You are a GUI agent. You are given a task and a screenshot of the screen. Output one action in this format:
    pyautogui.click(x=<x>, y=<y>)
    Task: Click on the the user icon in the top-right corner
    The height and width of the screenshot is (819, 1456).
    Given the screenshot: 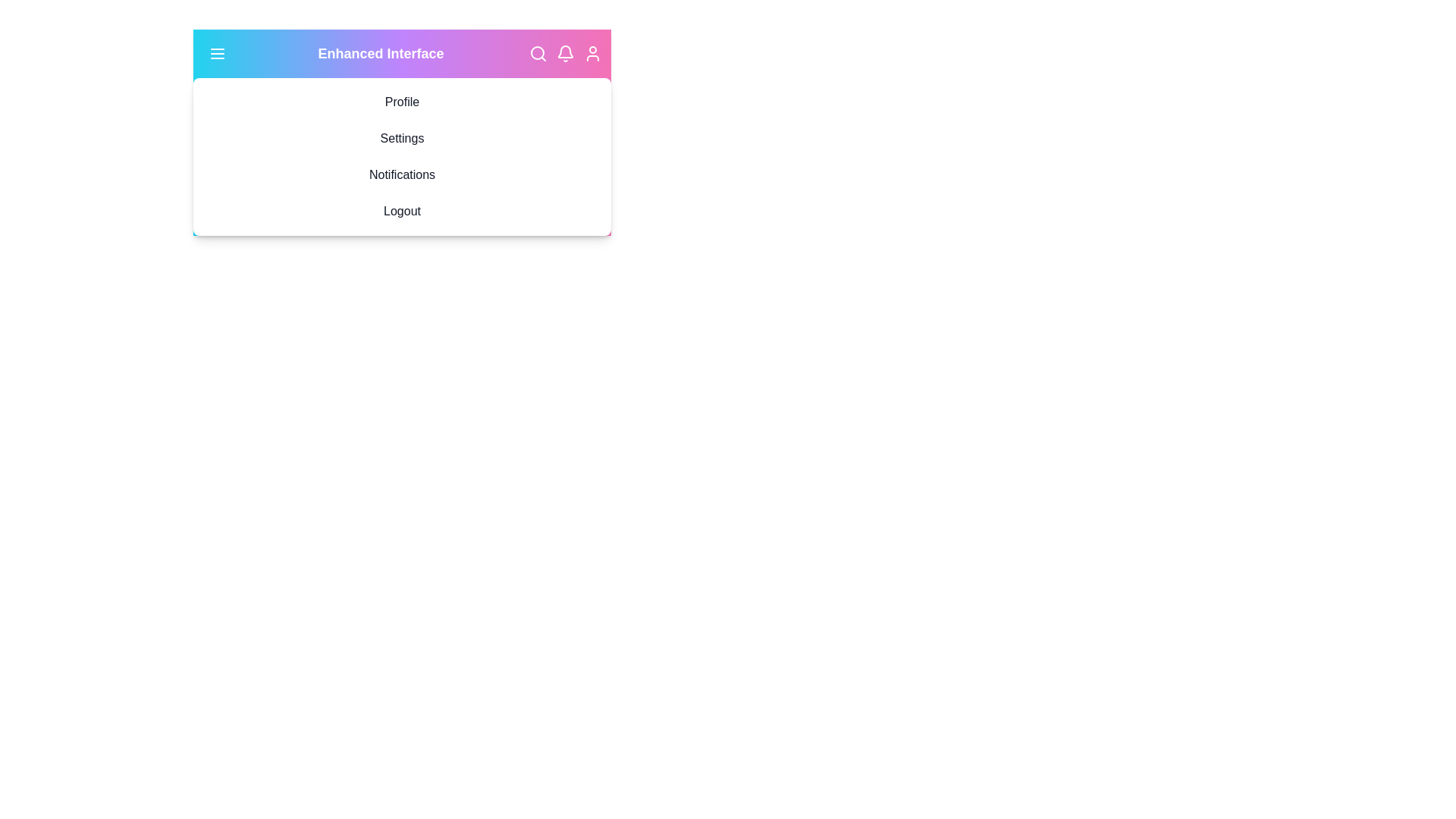 What is the action you would take?
    pyautogui.click(x=592, y=52)
    